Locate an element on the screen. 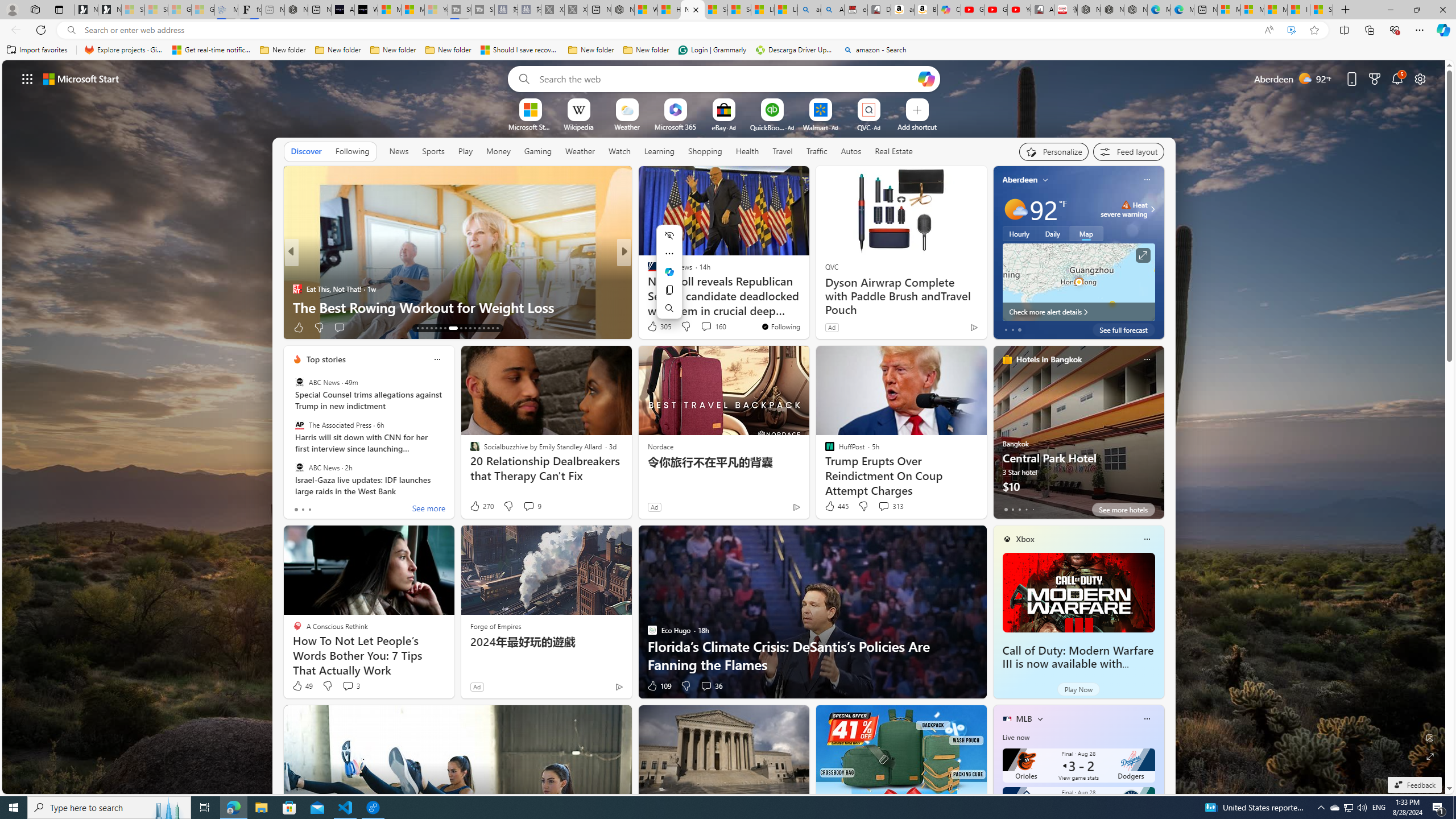  'Copy' is located at coordinates (668, 289).